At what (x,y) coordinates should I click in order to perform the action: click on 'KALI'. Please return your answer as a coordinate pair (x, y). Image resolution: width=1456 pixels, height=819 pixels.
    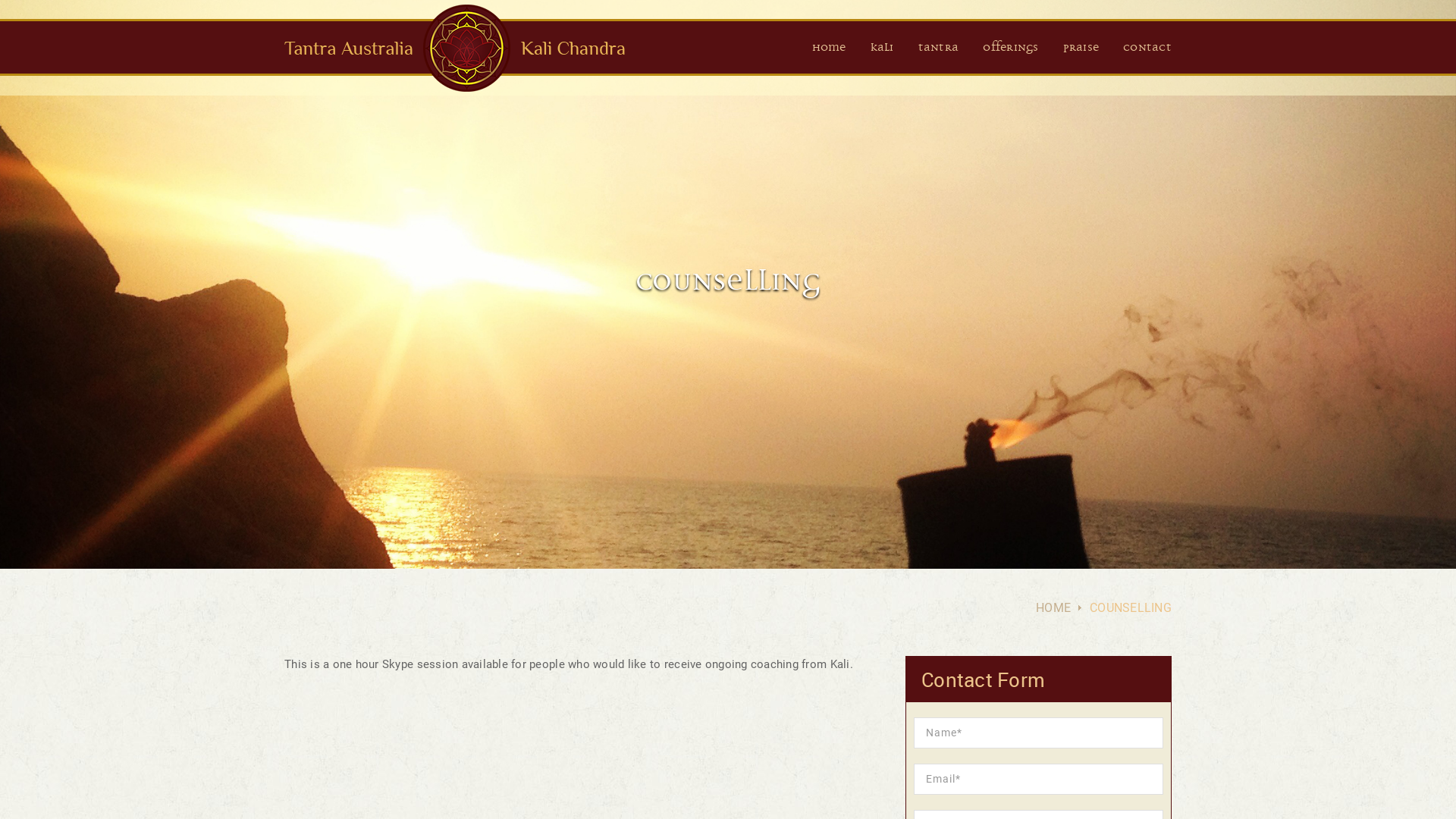
    Looking at the image, I should click on (882, 48).